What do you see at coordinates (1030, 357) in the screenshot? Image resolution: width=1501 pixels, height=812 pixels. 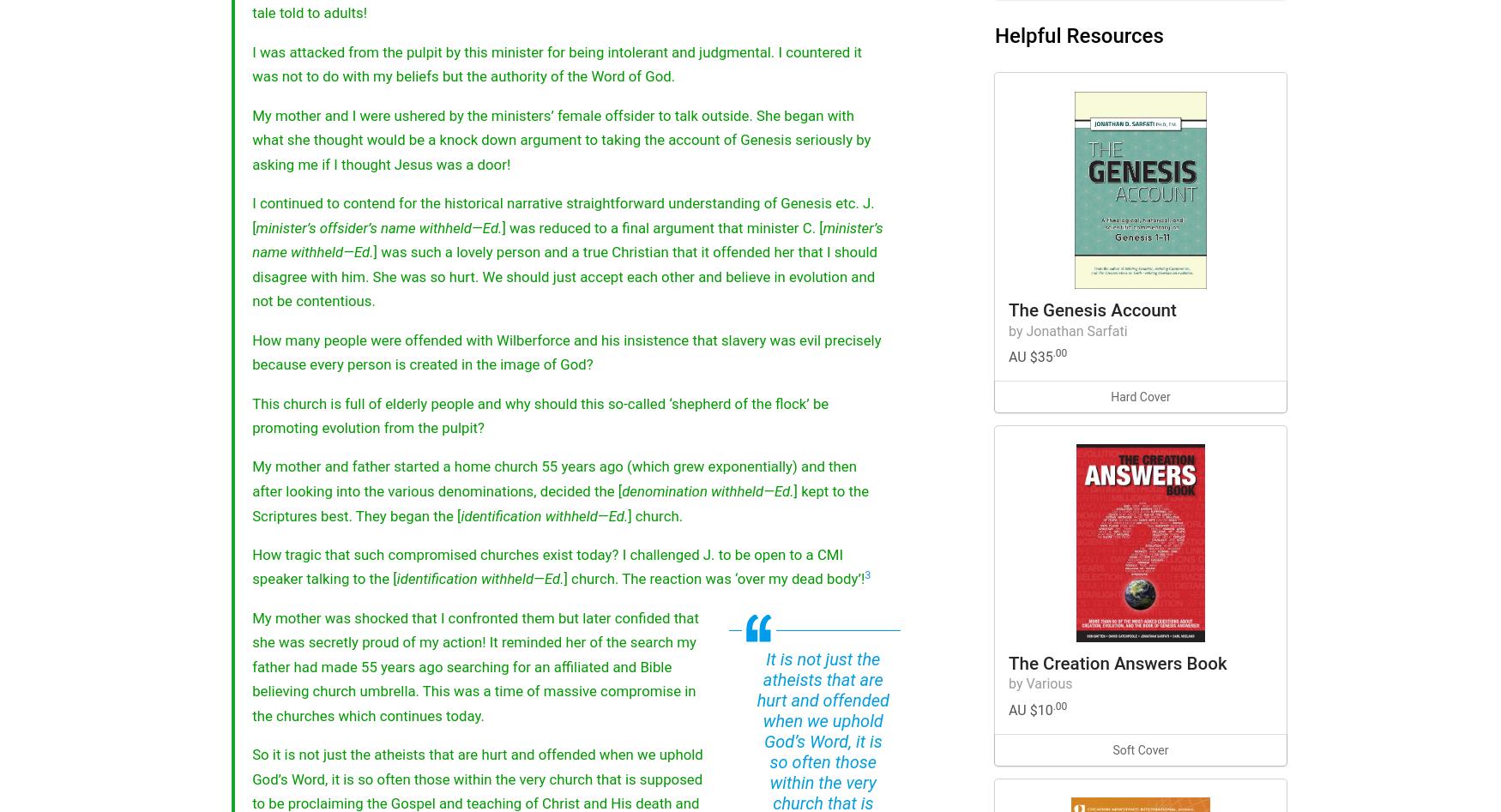 I see `'AU $35'` at bounding box center [1030, 357].